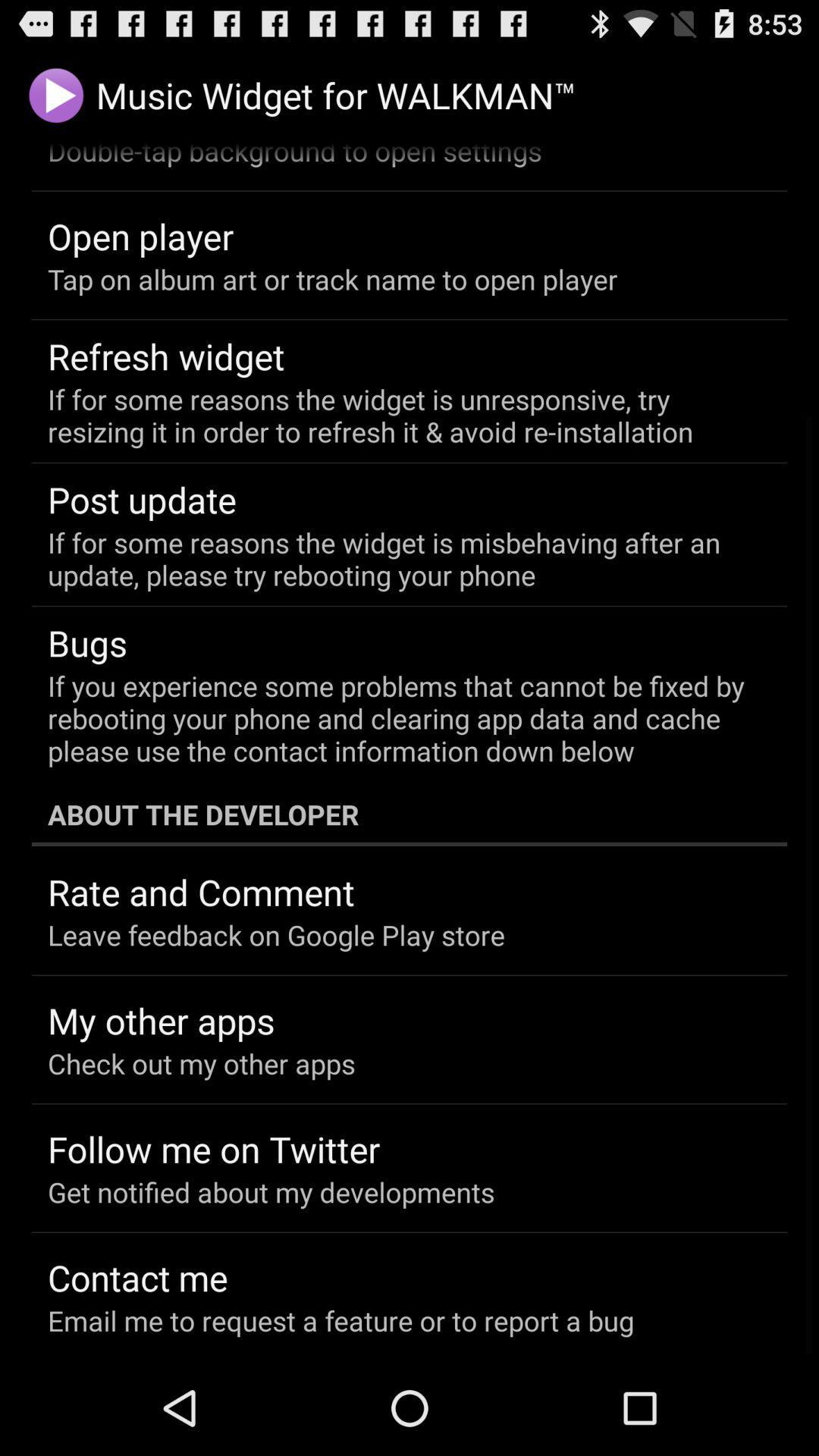 The height and width of the screenshot is (1456, 819). I want to click on item at the bottom, so click(340, 1319).